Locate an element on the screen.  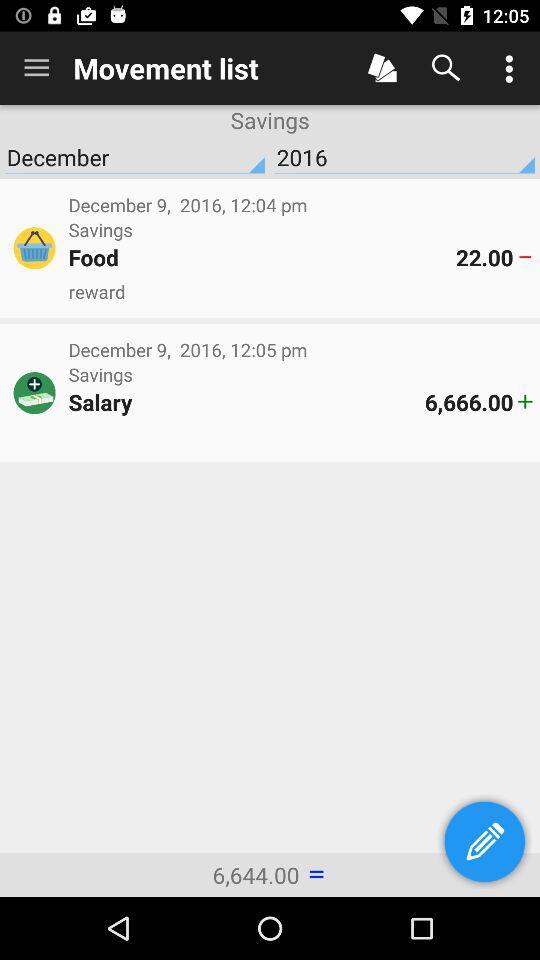
reward is located at coordinates (299, 290).